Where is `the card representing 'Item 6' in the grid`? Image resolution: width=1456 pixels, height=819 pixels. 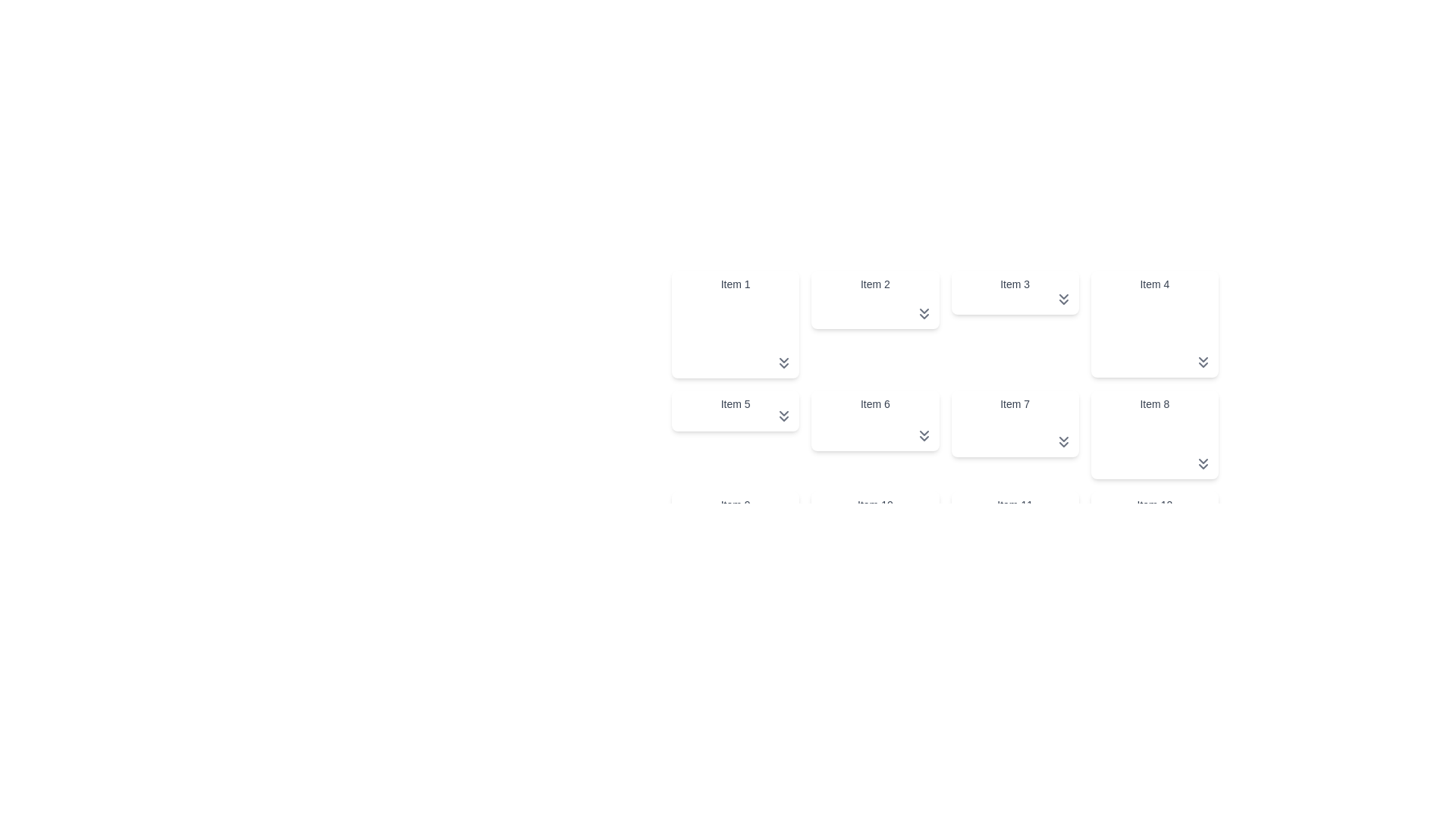
the card representing 'Item 6' in the grid is located at coordinates (875, 421).